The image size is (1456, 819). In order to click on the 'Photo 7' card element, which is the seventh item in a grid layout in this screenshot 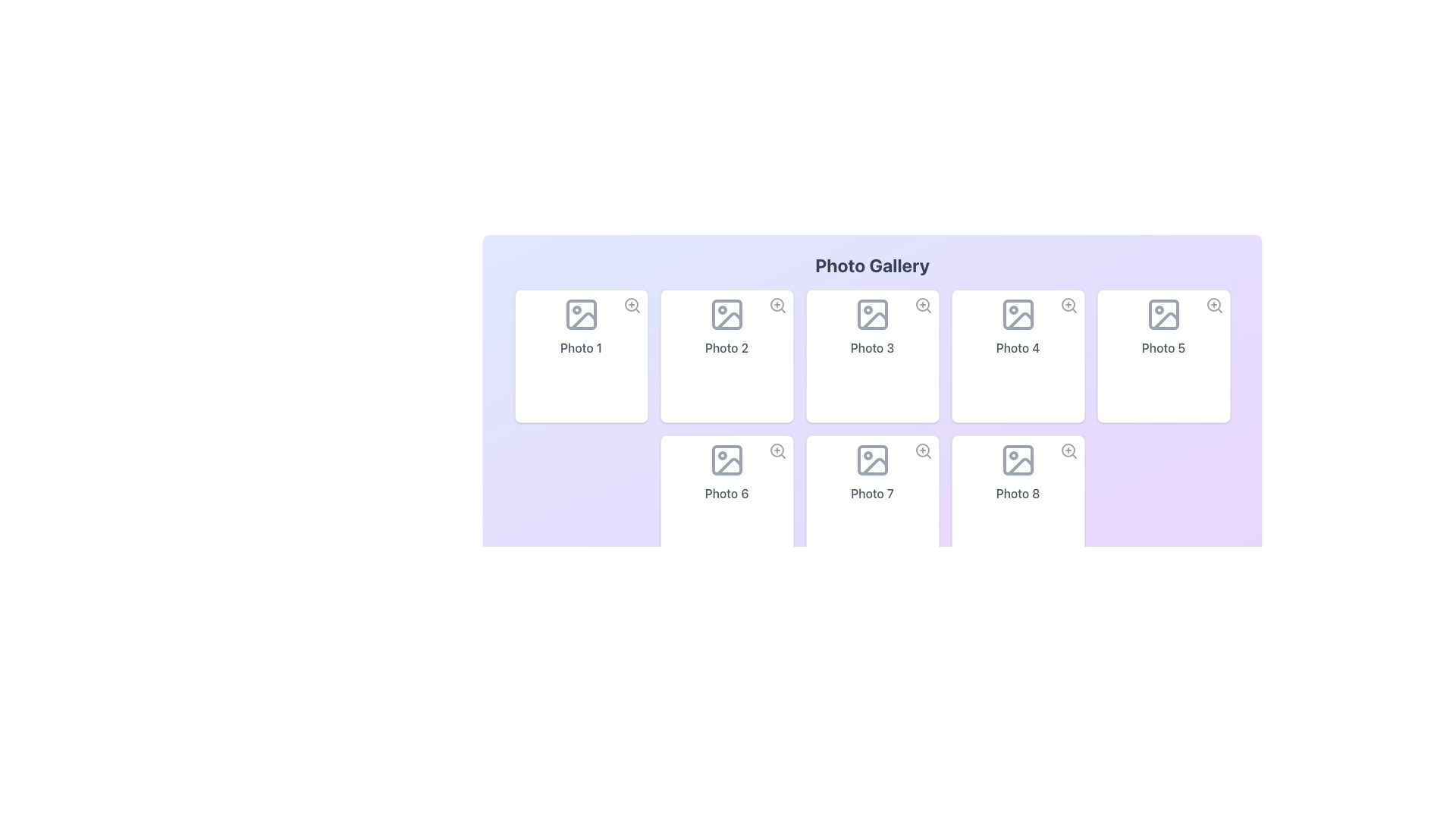, I will do `click(872, 502)`.